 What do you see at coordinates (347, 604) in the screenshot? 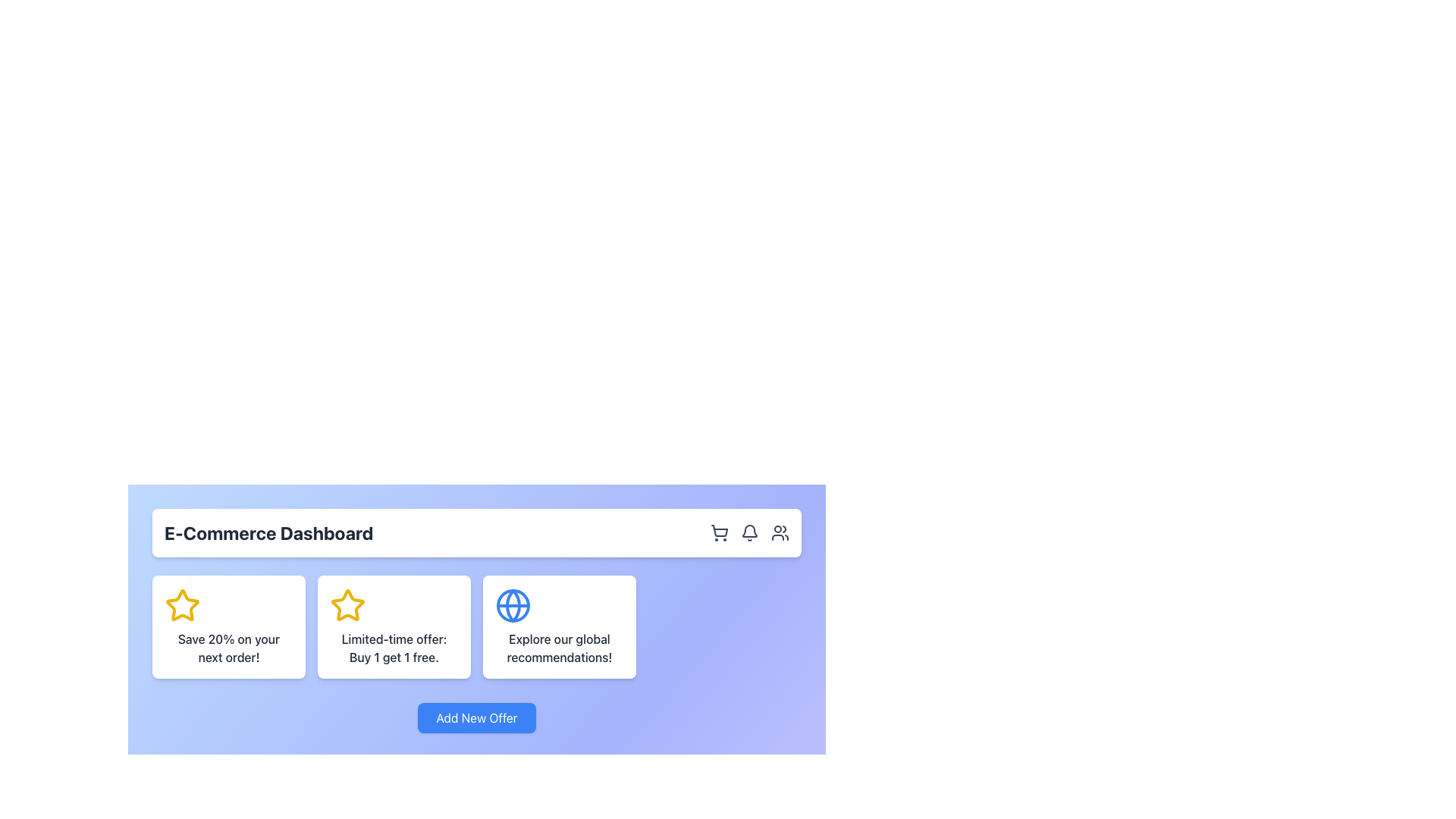
I see `the star-shaped icon with a golden yellow outline located in the second card labeled 'Limited-time offer: Buy 1 get 1 free' on the E-Commerce Dashboard` at bounding box center [347, 604].